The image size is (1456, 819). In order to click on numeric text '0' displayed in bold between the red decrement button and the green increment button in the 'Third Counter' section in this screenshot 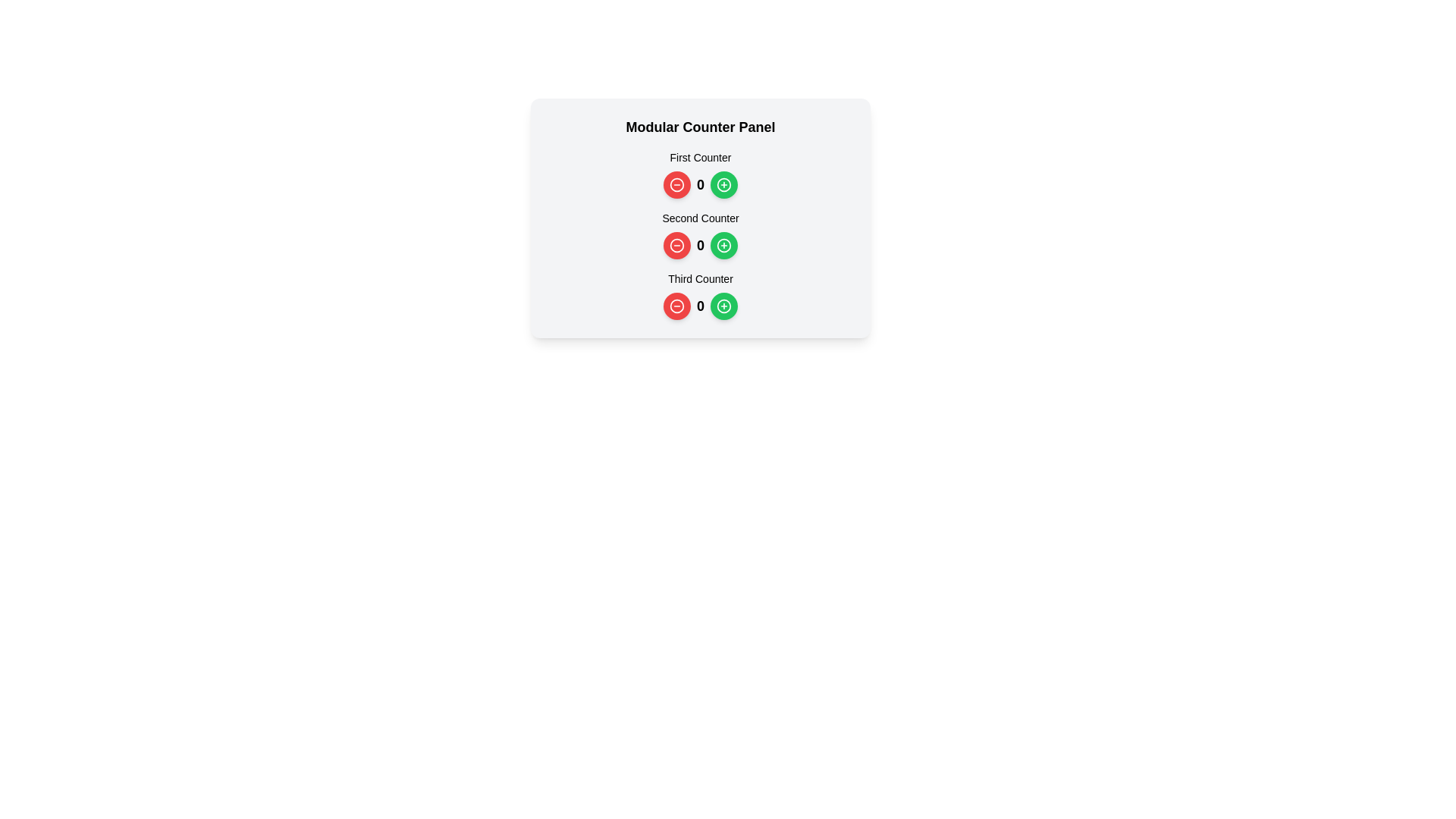, I will do `click(699, 306)`.